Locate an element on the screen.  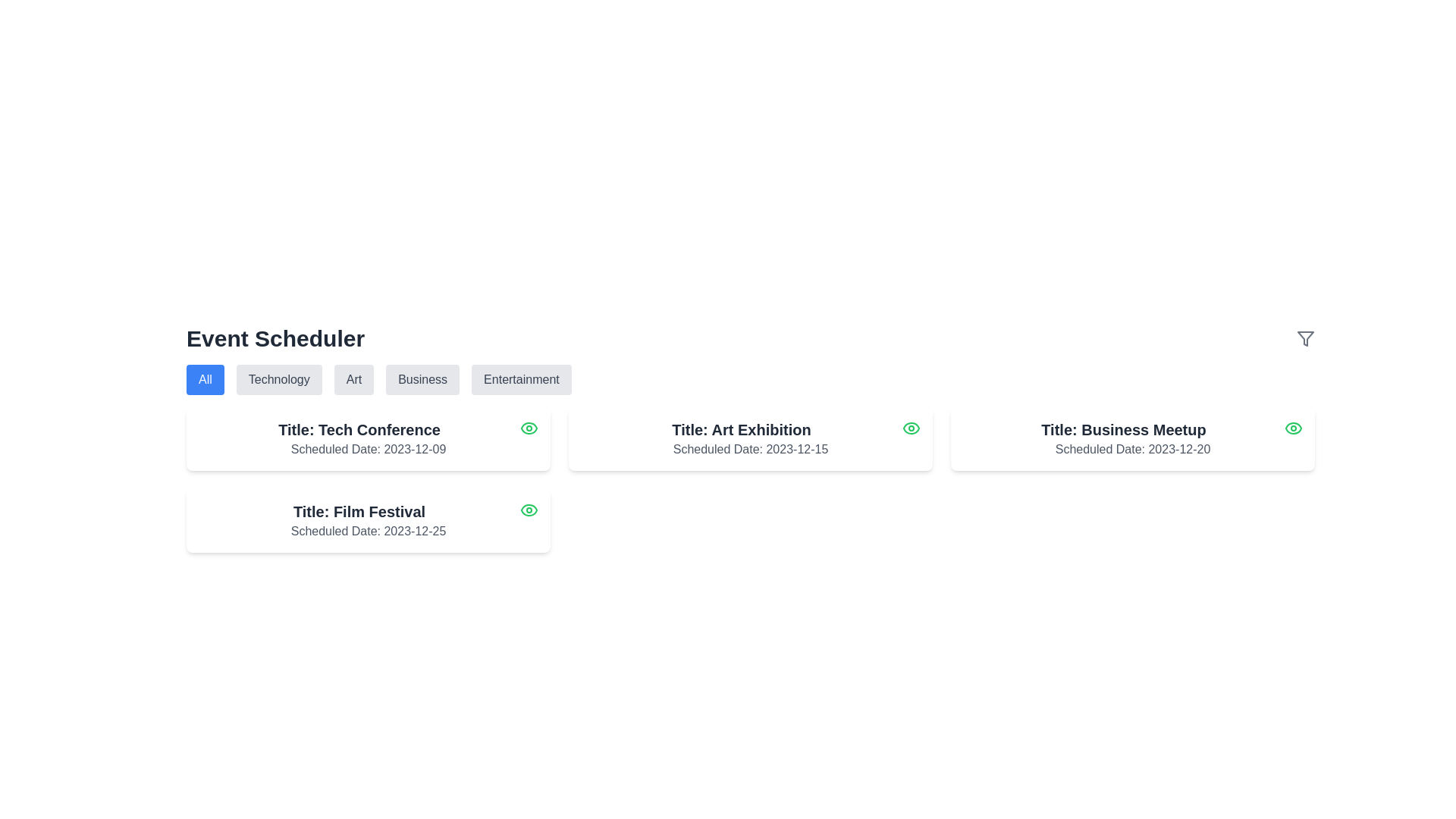
the fourth button in the horizontal group of five buttons is located at coordinates (422, 379).